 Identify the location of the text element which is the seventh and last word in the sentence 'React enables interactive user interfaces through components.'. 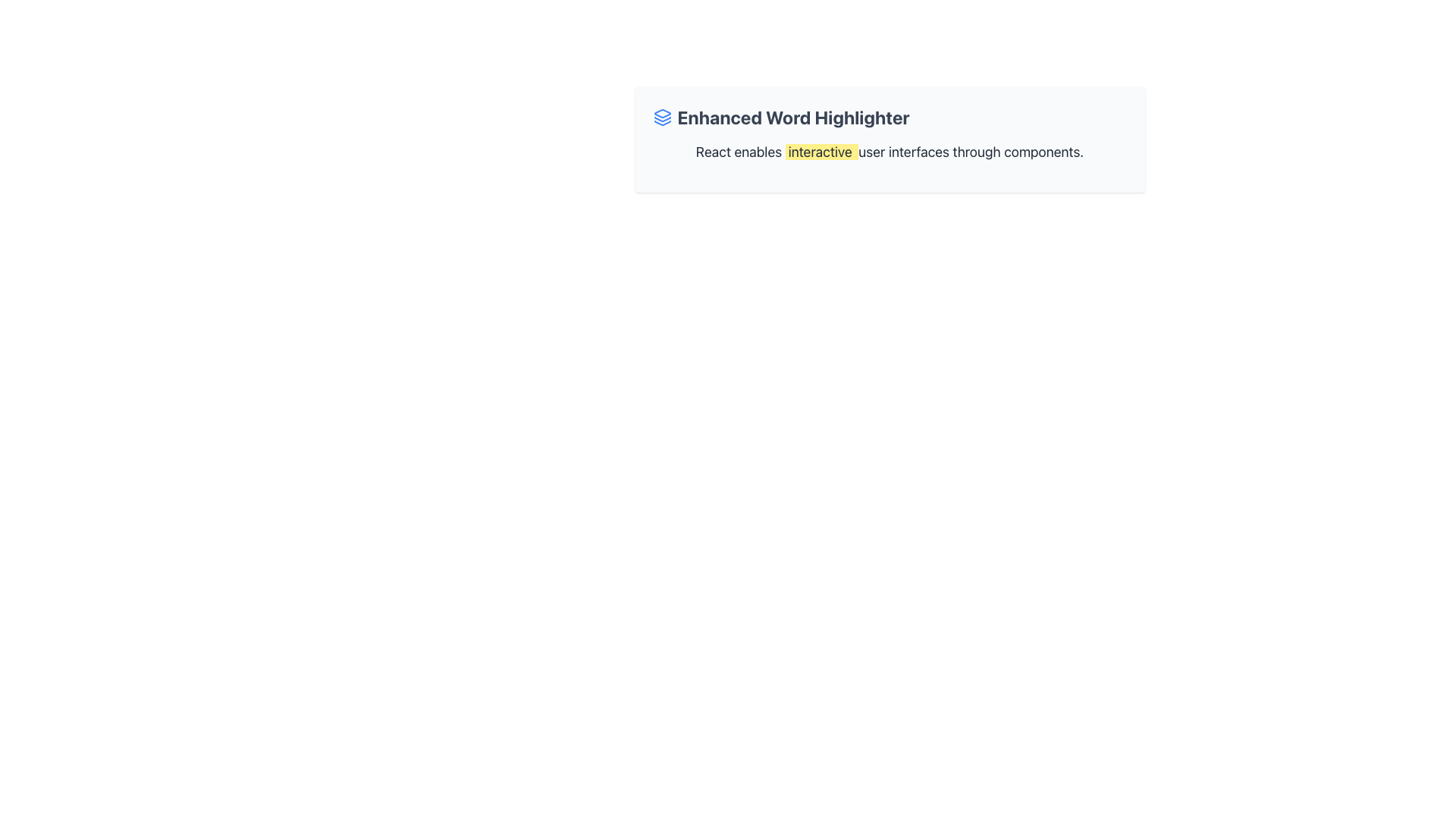
(1043, 152).